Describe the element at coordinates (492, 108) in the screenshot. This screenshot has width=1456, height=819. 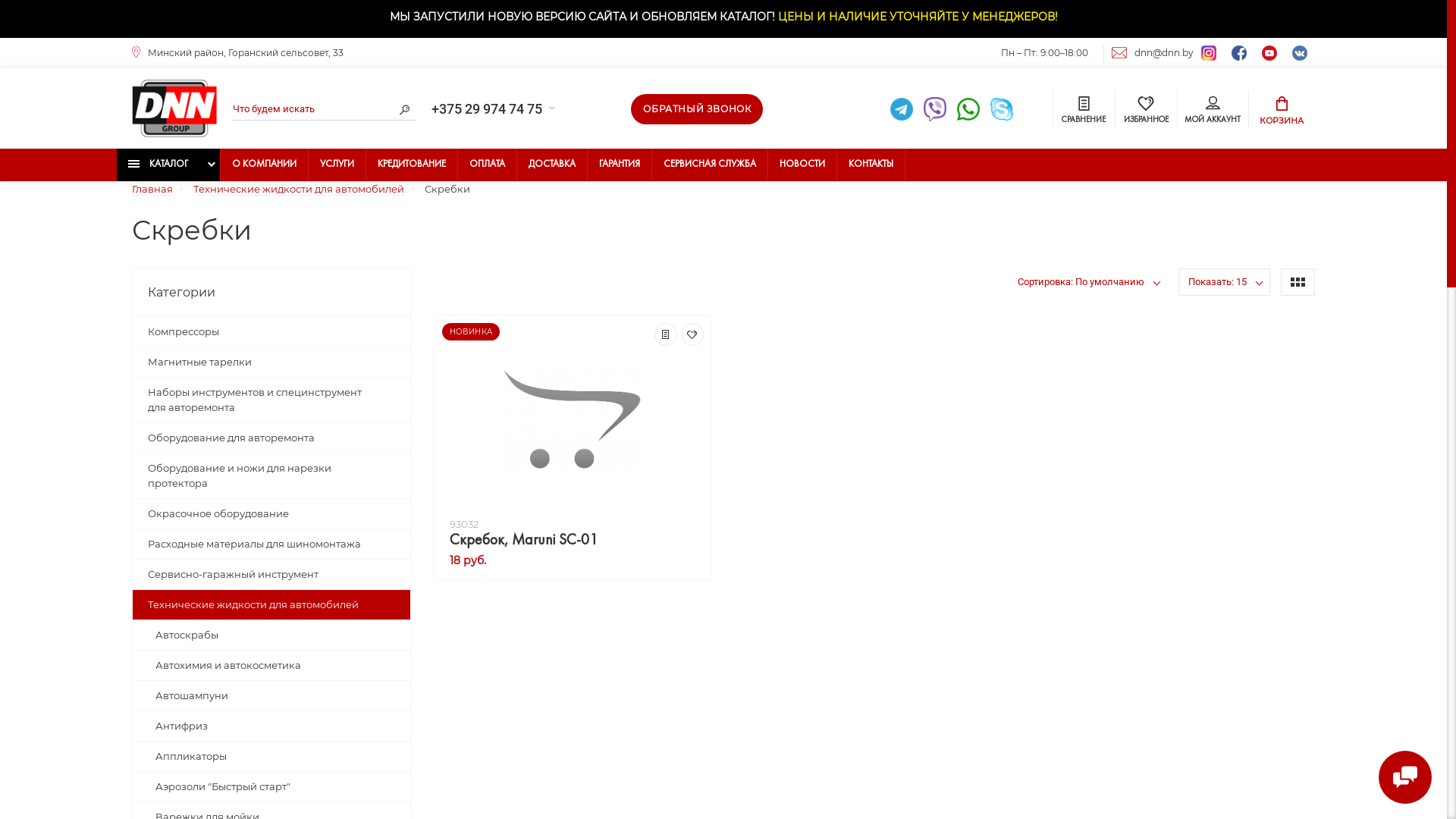
I see `'+375 29 974 74 75'` at that location.